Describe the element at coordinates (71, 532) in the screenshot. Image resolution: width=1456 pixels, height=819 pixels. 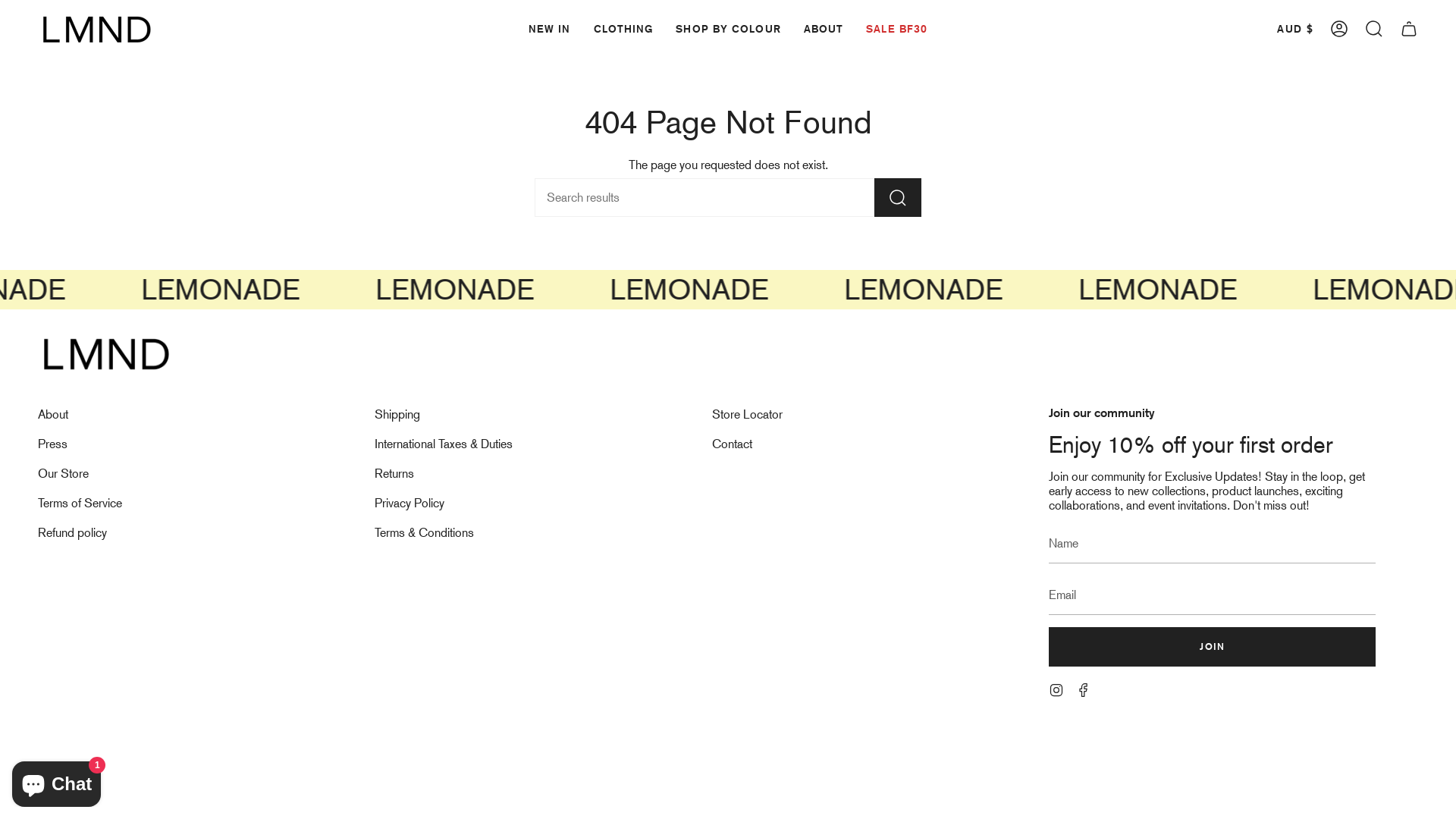
I see `'Refund policy'` at that location.